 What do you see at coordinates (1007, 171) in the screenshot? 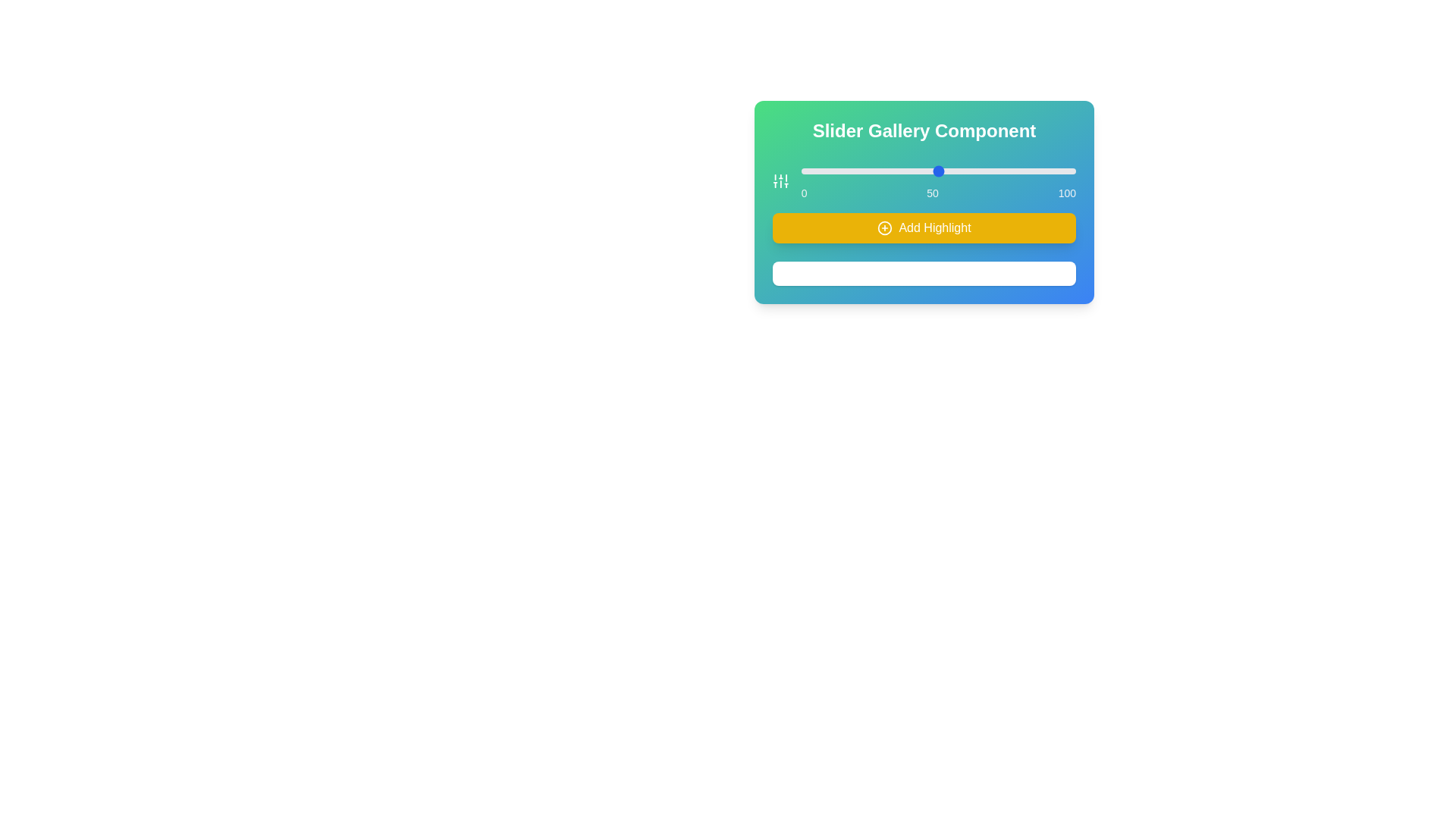
I see `the slider value` at bounding box center [1007, 171].